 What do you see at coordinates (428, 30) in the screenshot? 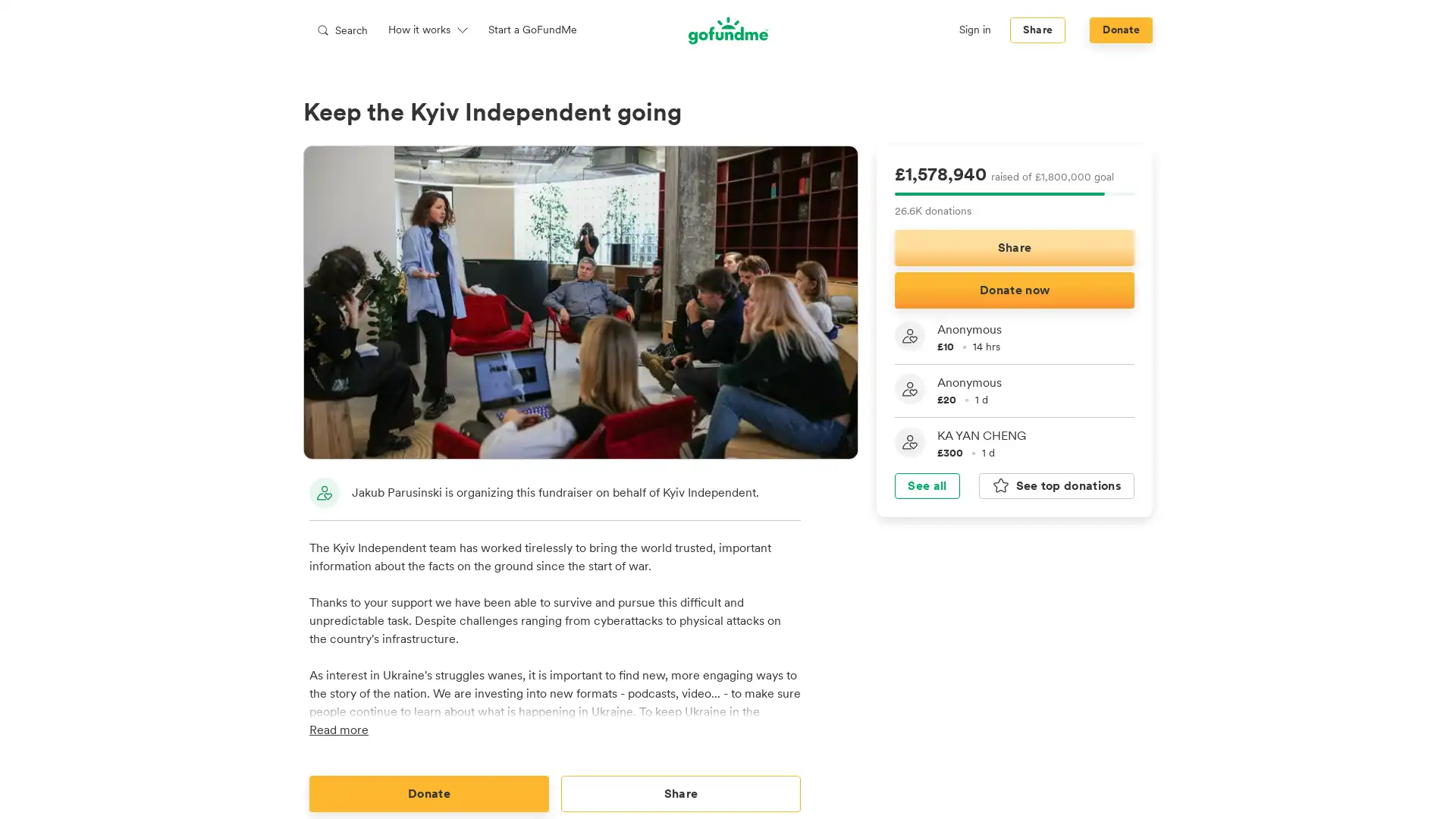
I see `How it works` at bounding box center [428, 30].